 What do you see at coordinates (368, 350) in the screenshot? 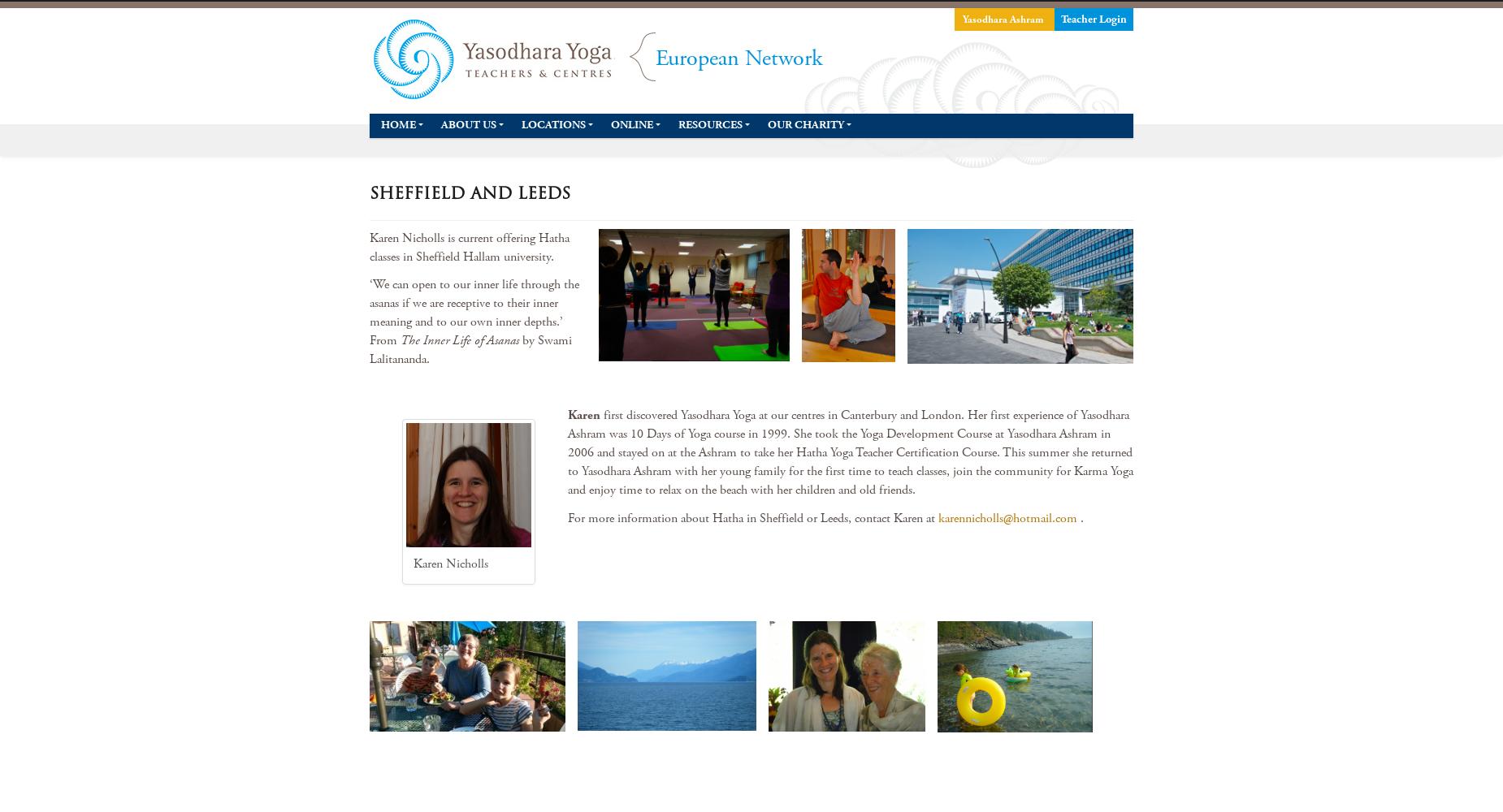
I see `'by Swami Lalitananda.'` at bounding box center [368, 350].